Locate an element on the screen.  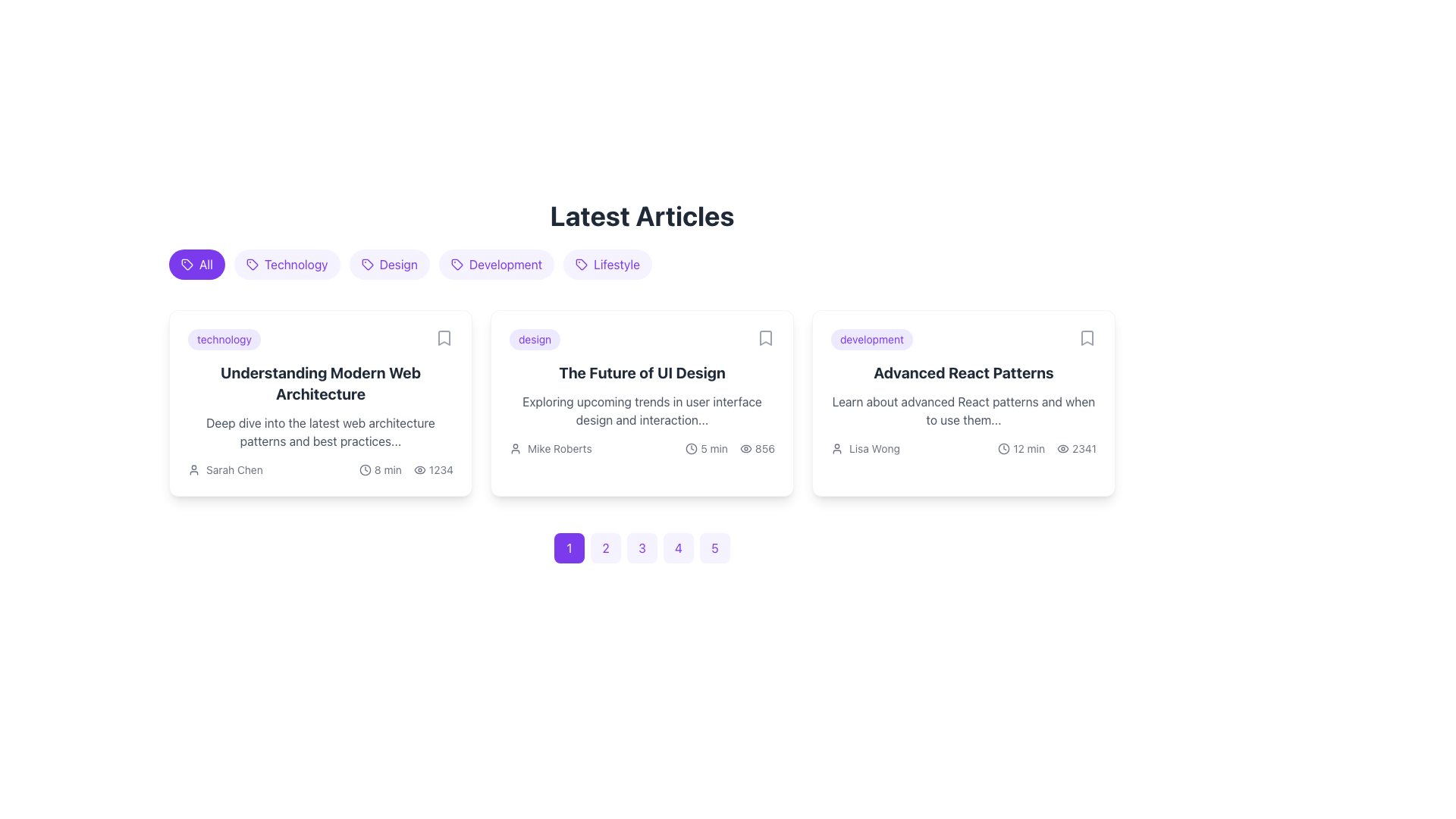
the text displaying 'Advanced React Patterns' in bold and large font is located at coordinates (963, 373).